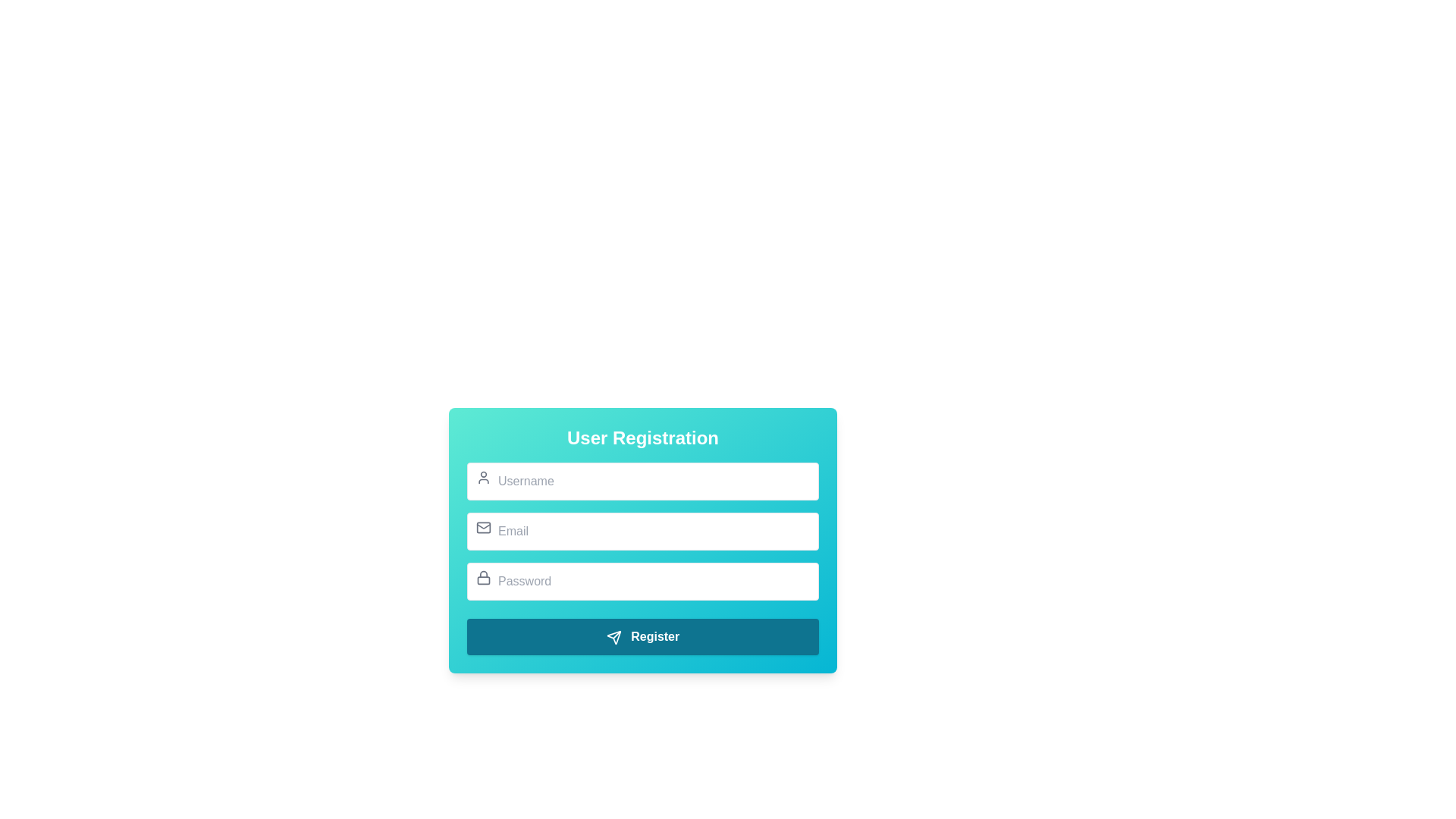 This screenshot has height=819, width=1456. I want to click on the small rectangular shape with rounded corners that is part of the lock icon graphic, located in the lower portion of the lock, to the left of the 'Password' input field in the 'User Registration' form, so click(483, 580).